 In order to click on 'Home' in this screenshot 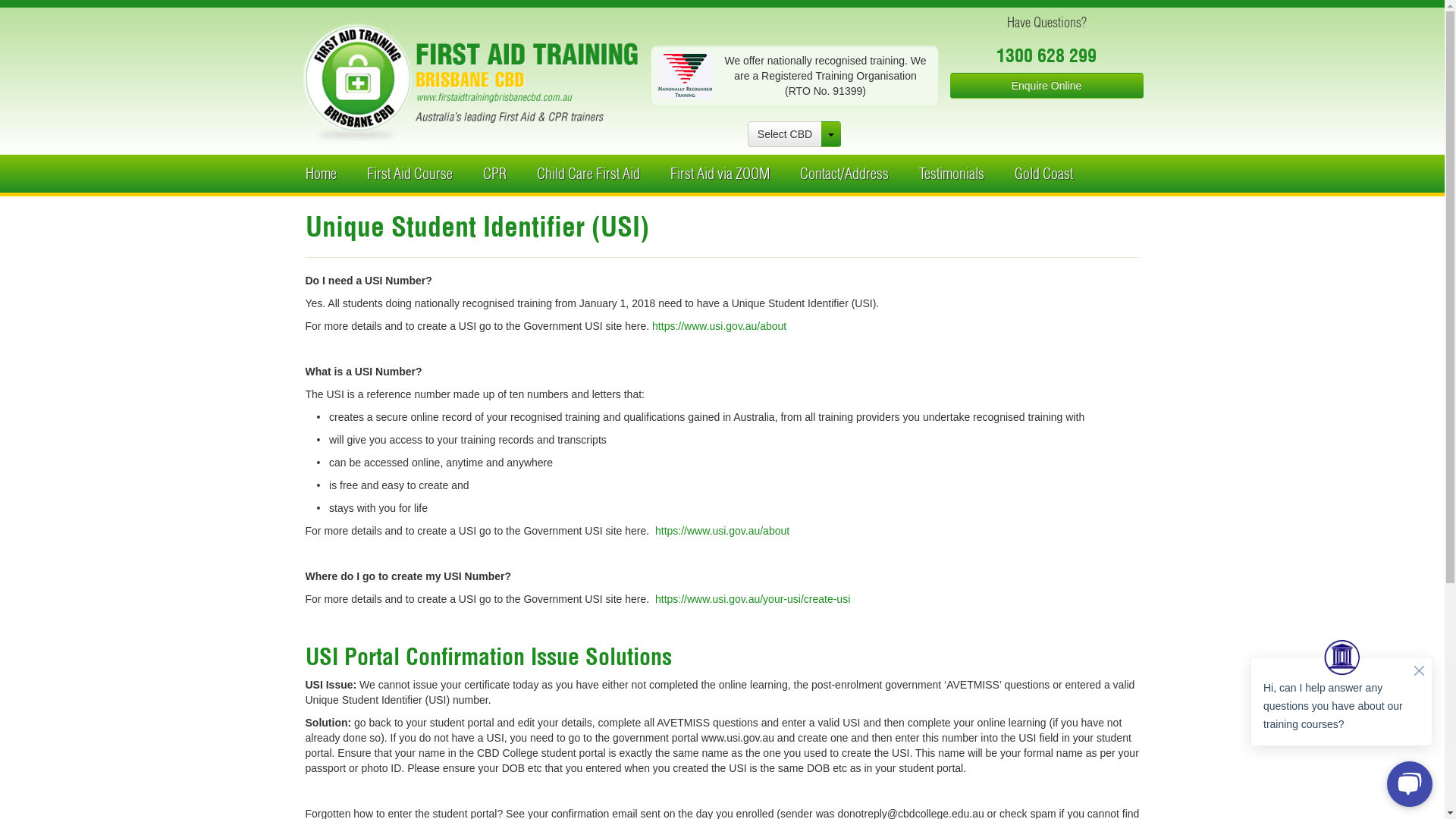, I will do `click(319, 172)`.